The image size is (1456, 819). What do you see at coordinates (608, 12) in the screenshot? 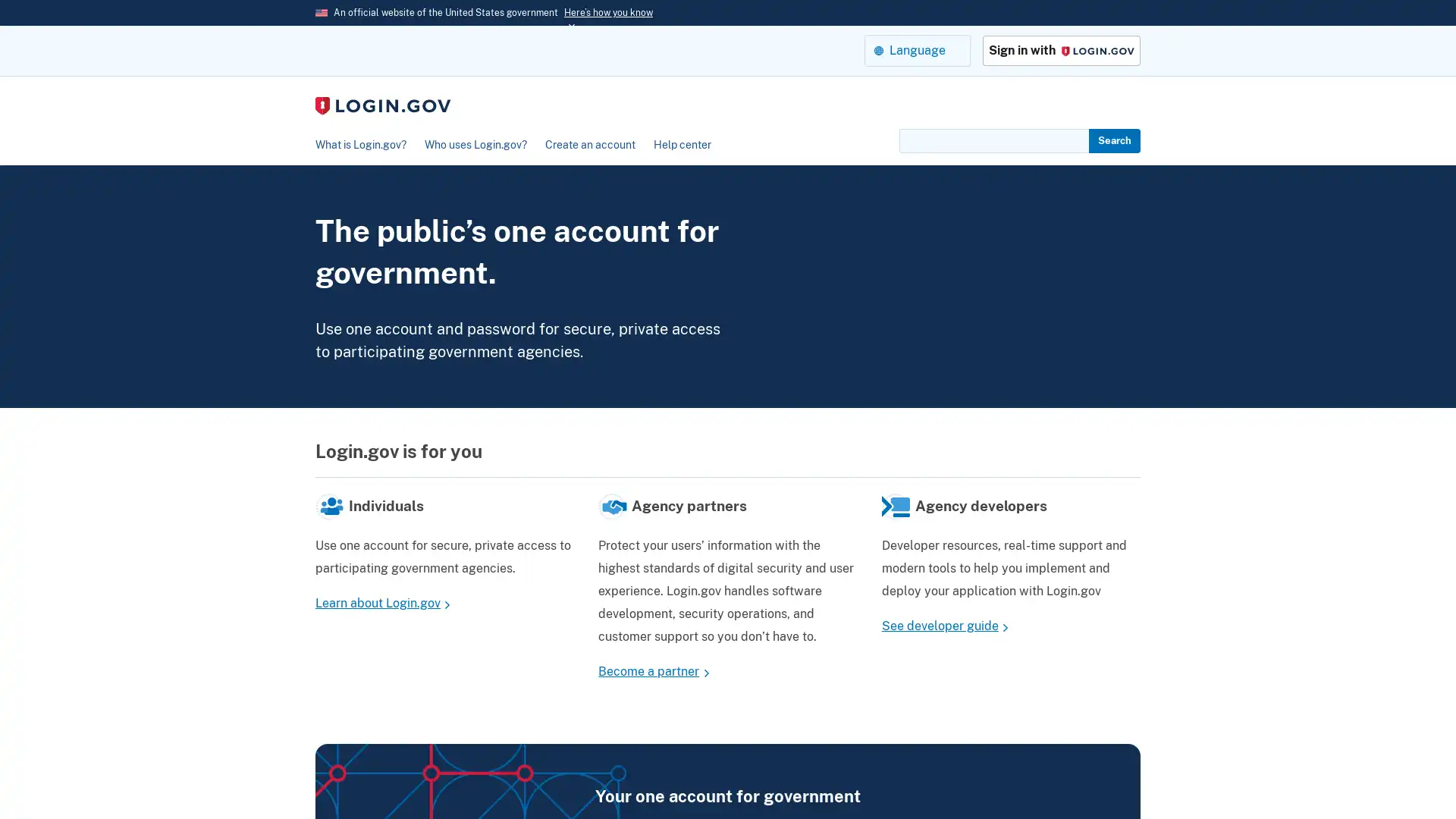
I see `Heres how you know` at bounding box center [608, 12].